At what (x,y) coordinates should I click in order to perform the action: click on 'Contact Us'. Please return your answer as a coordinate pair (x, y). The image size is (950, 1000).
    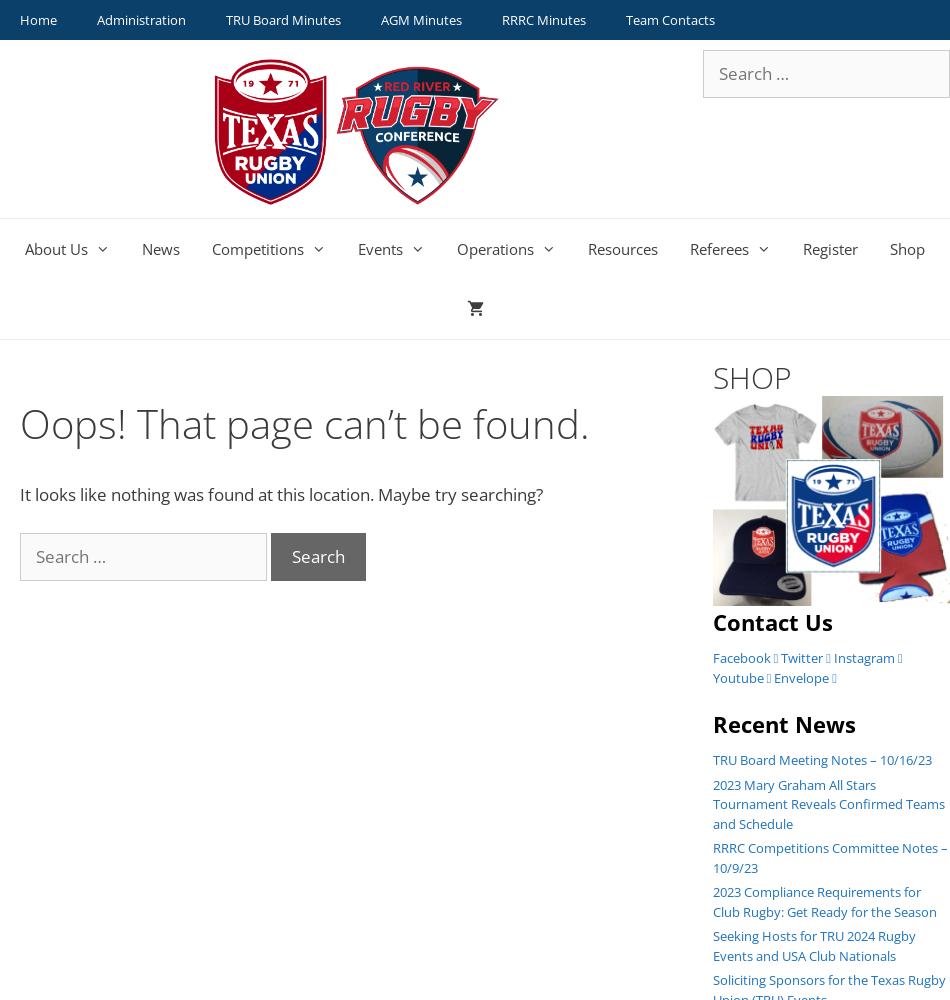
    Looking at the image, I should click on (770, 621).